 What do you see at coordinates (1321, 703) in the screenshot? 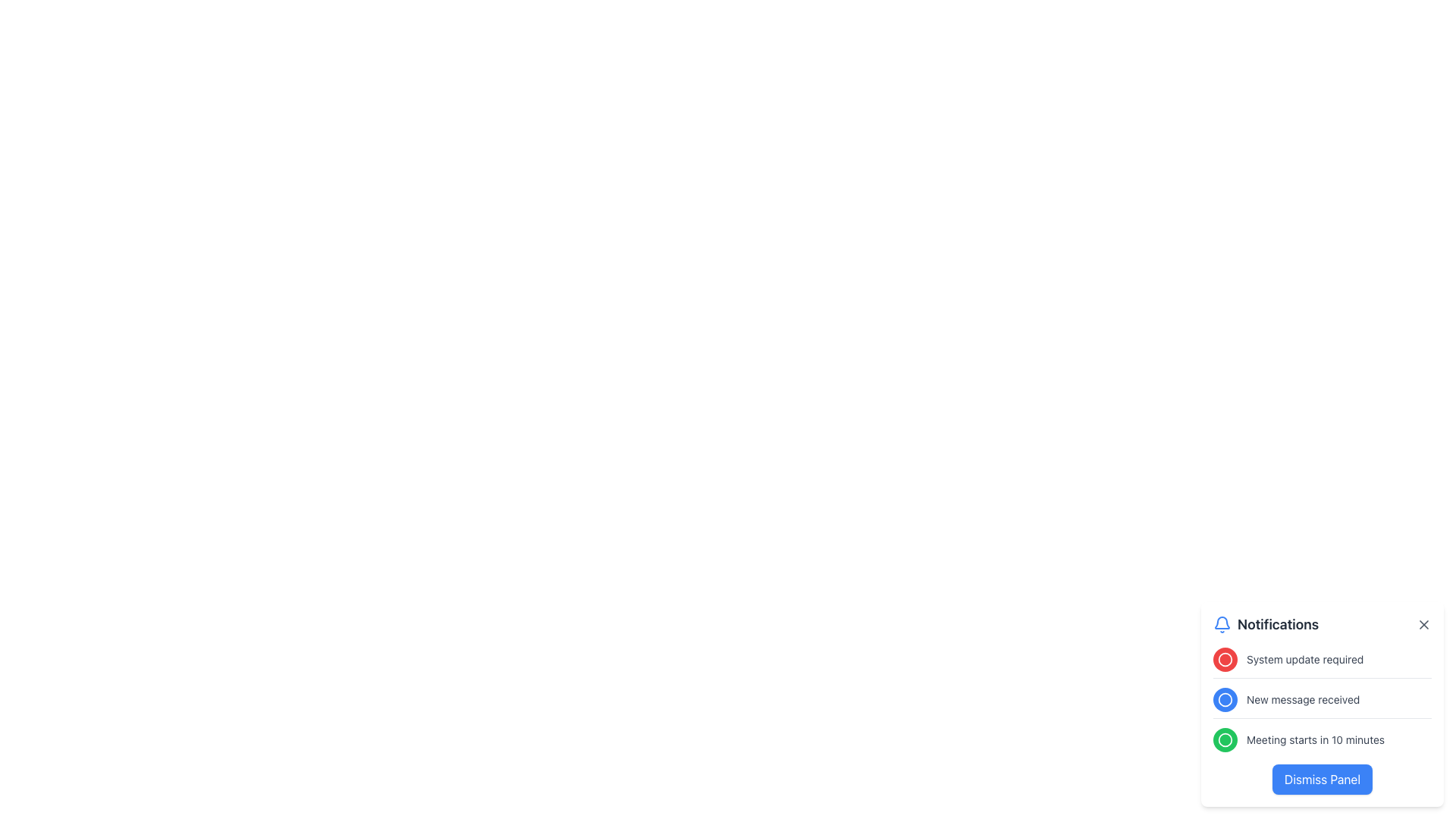
I see `the icon of the notification item that indicates 'New message received'` at bounding box center [1321, 703].